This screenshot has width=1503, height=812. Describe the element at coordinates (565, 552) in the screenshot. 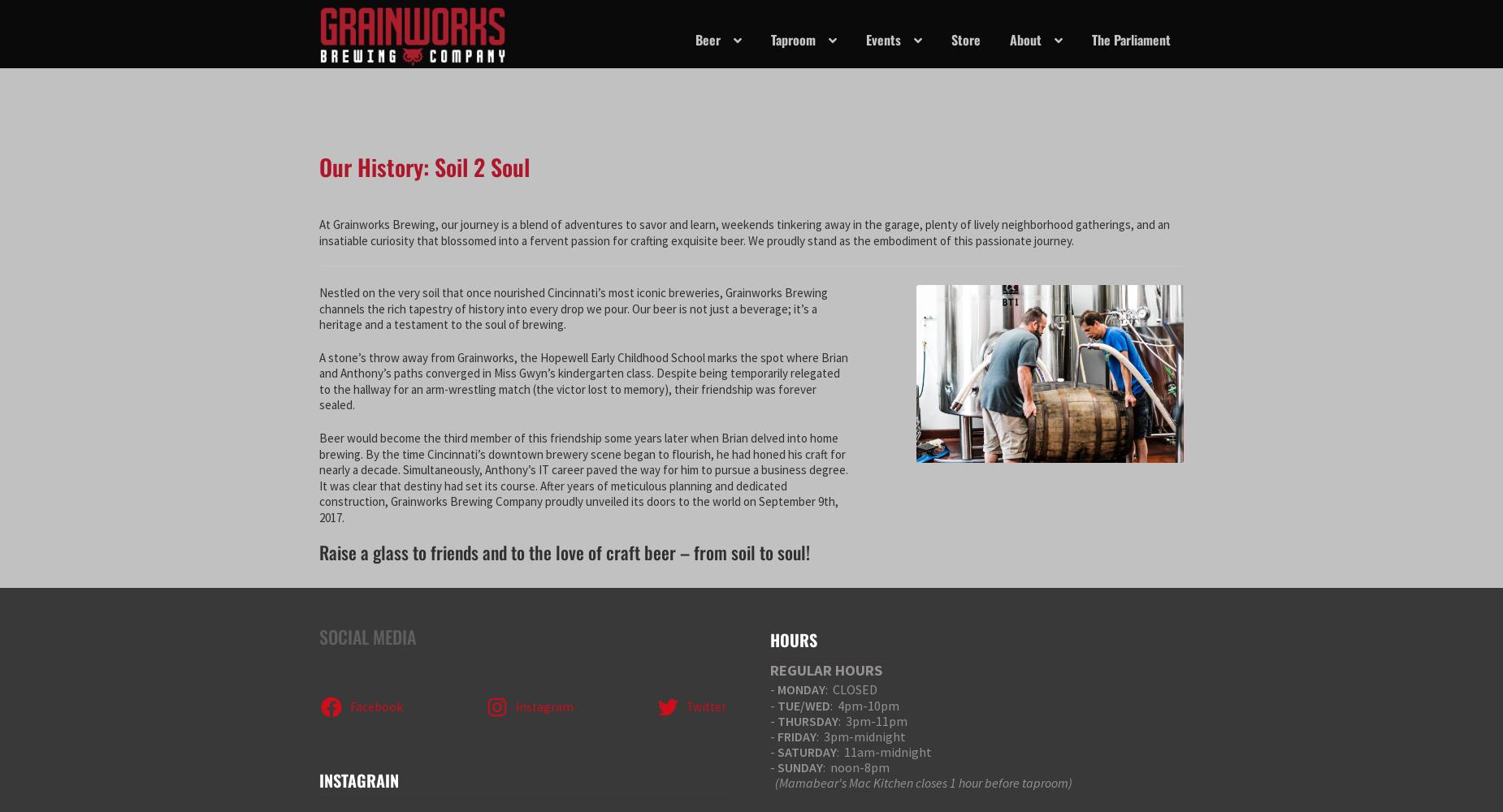

I see `'Raise a glass to friends and to the love of craft beer – from soil to soul!'` at that location.